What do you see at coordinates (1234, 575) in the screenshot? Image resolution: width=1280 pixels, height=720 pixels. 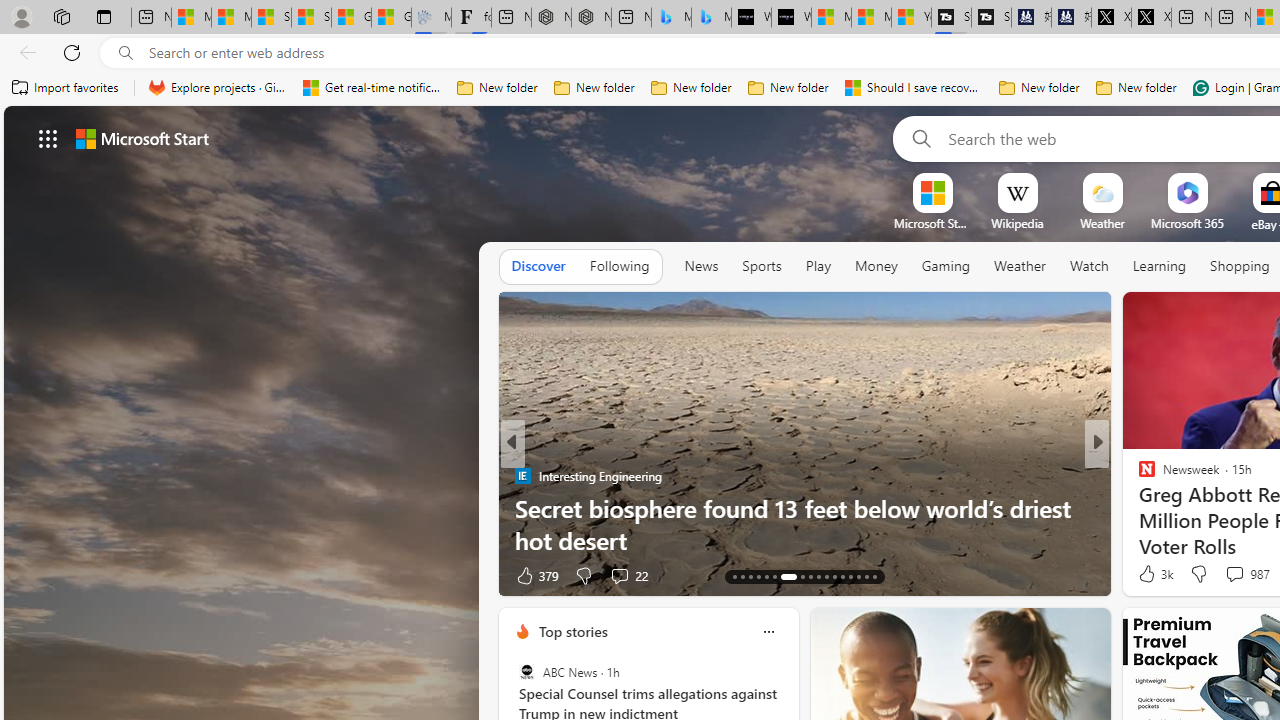 I see `'View comments 2 Comment'` at bounding box center [1234, 575].